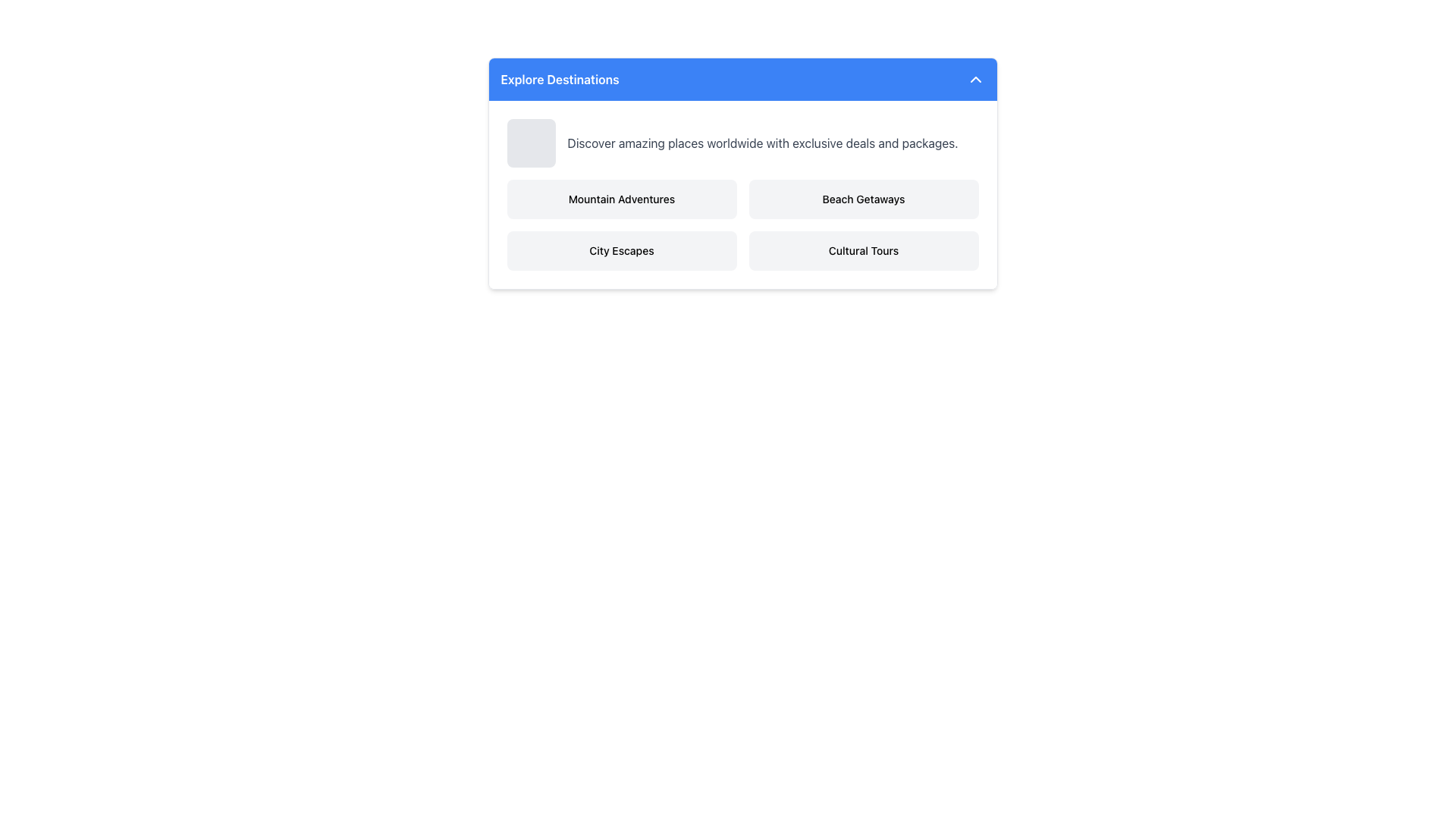 This screenshot has height=819, width=1456. What do you see at coordinates (622, 198) in the screenshot?
I see `the 'Mountain Adventures' text label, which is a bold text aligned left within a light gray background box, located in the 'Explore Destinations' section above 'City Escapes'` at bounding box center [622, 198].